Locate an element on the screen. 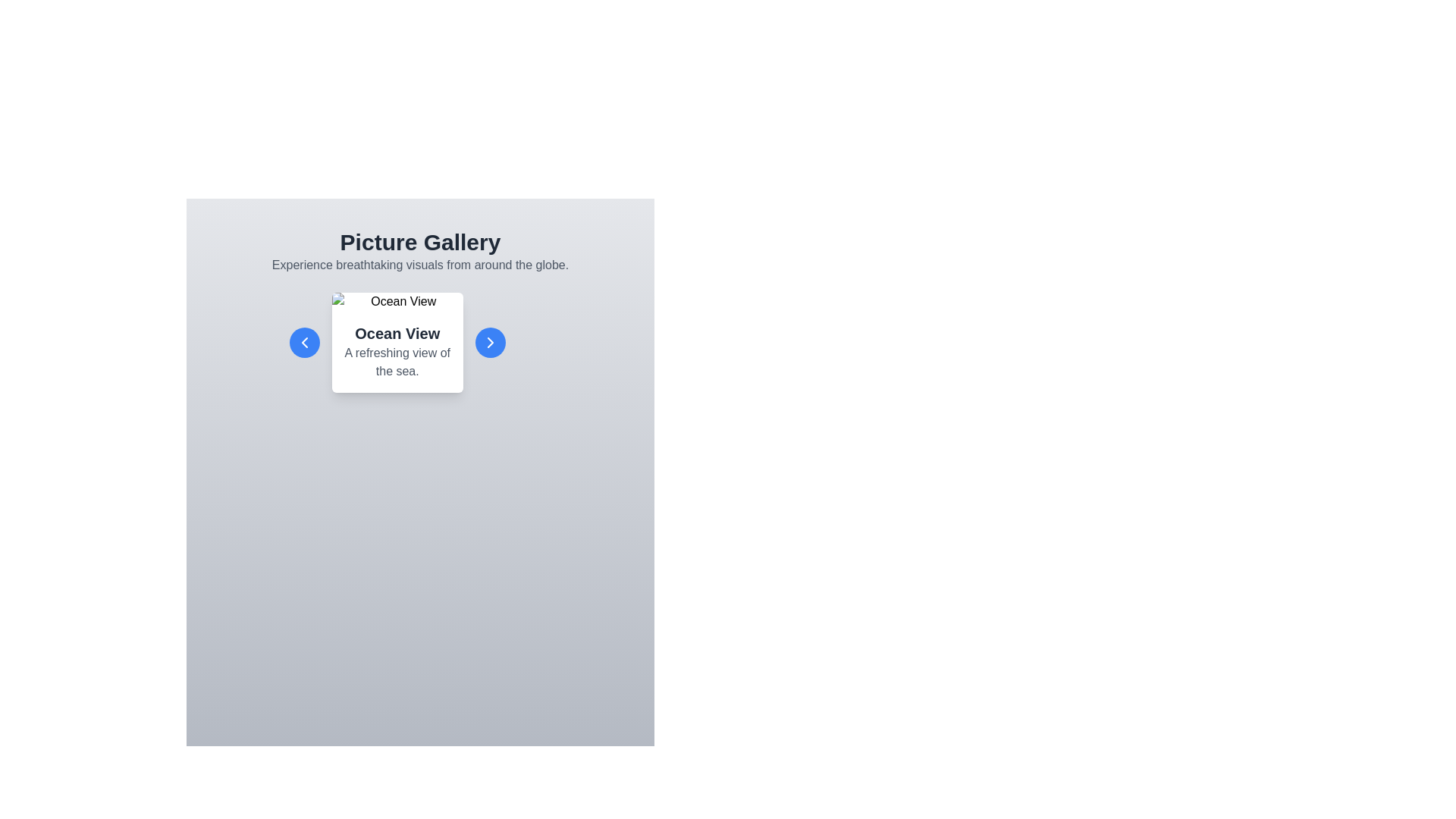  the chevron icon within the circular blue button on the right side of the central card is located at coordinates (490, 342).